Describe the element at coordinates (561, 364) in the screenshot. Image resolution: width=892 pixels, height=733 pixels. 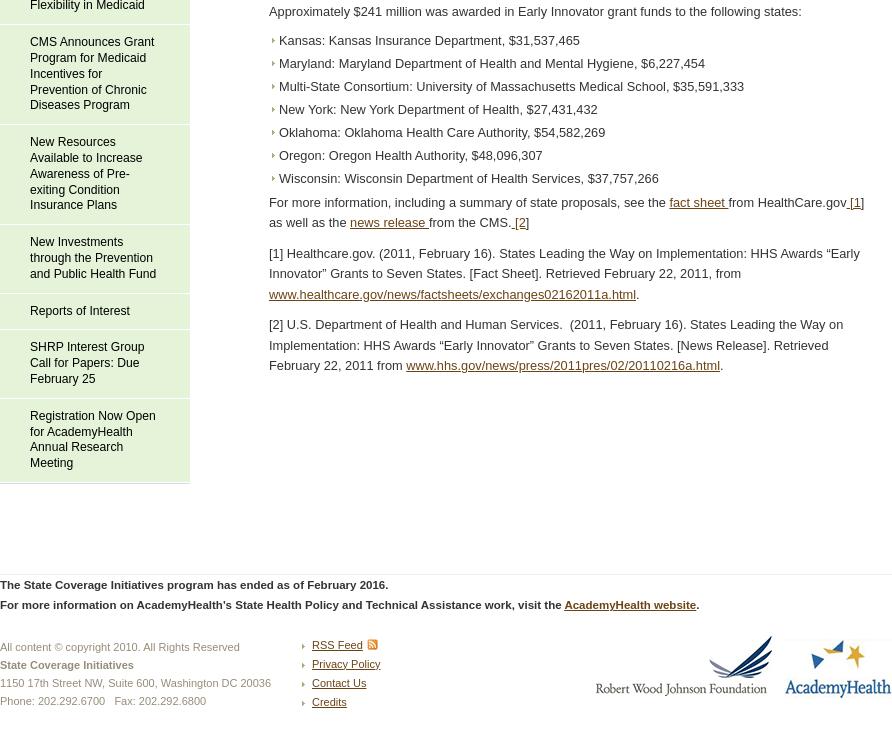
I see `'www.hhs.gov/news/press/2011pres/02/20110216a.html'` at that location.